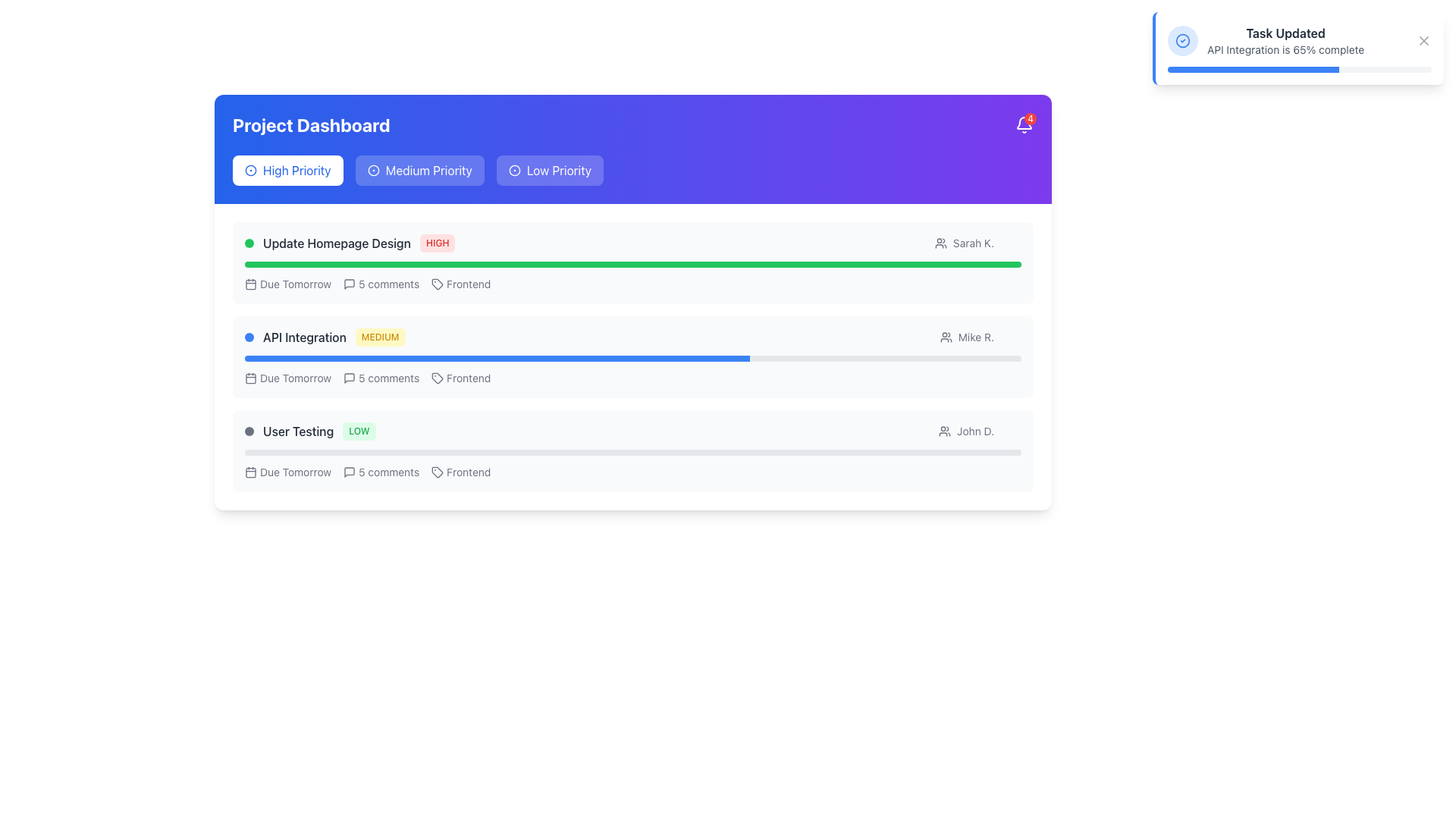 The image size is (1456, 819). Describe the element at coordinates (497, 359) in the screenshot. I see `the Progress bar segment representing 65% completion of the API Integration task` at that location.